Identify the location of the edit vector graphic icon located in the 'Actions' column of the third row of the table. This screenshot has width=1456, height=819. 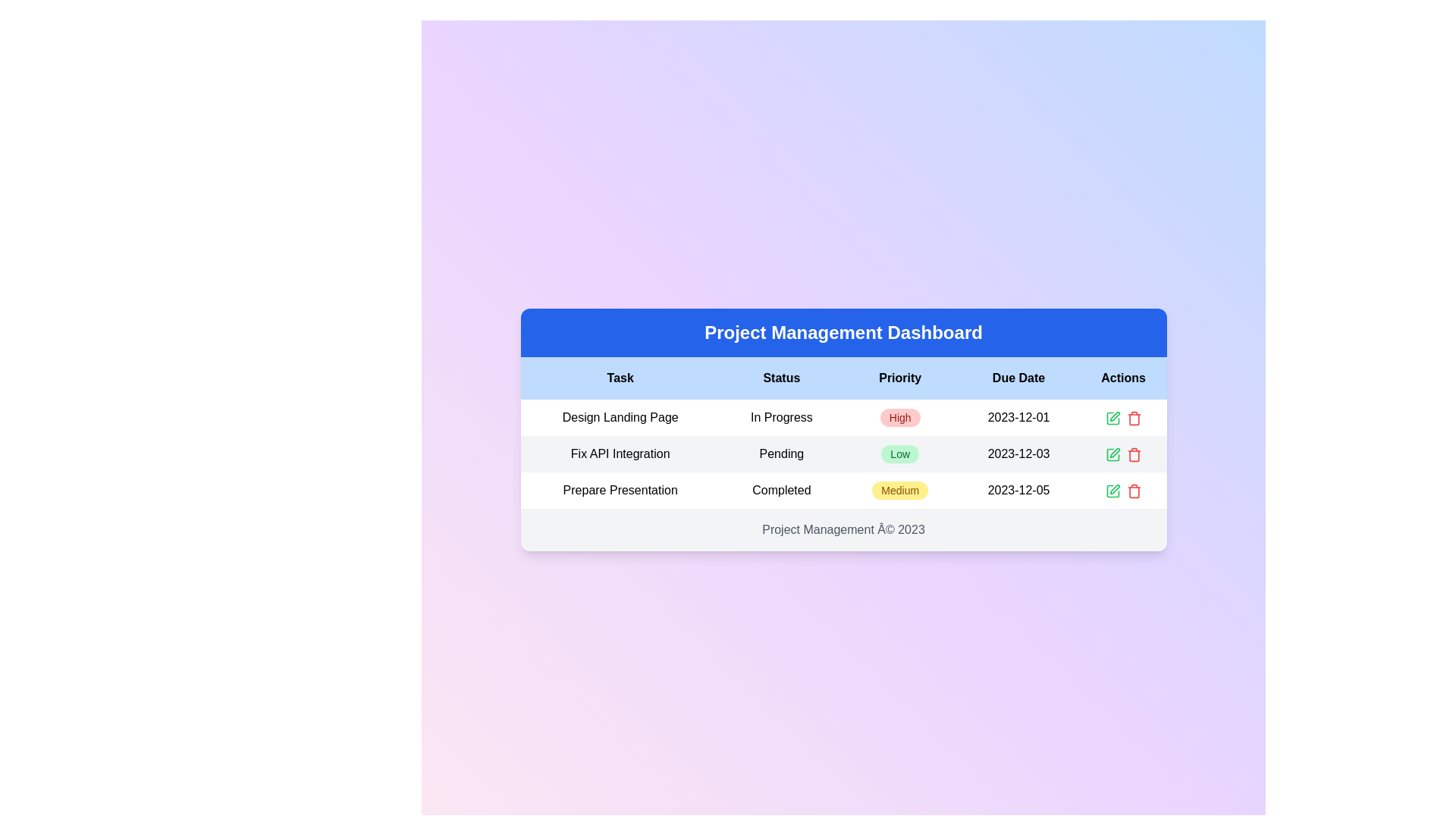
(1112, 453).